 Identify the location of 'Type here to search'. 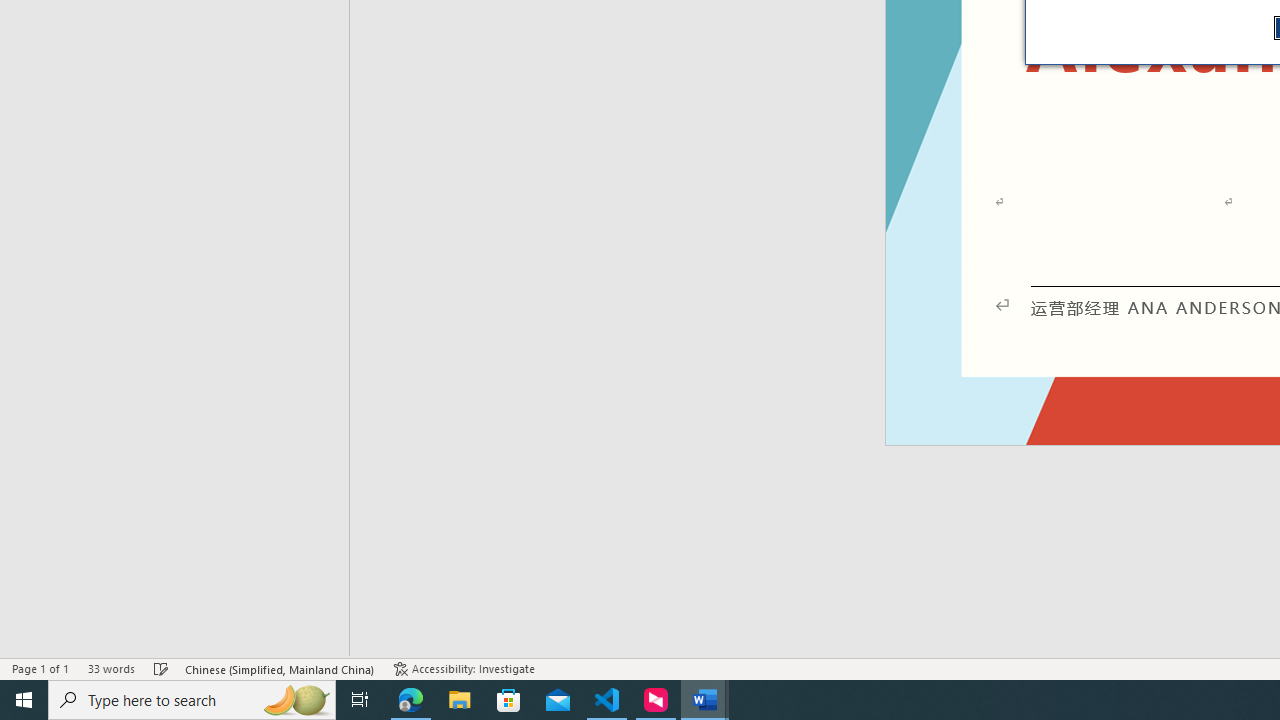
(192, 698).